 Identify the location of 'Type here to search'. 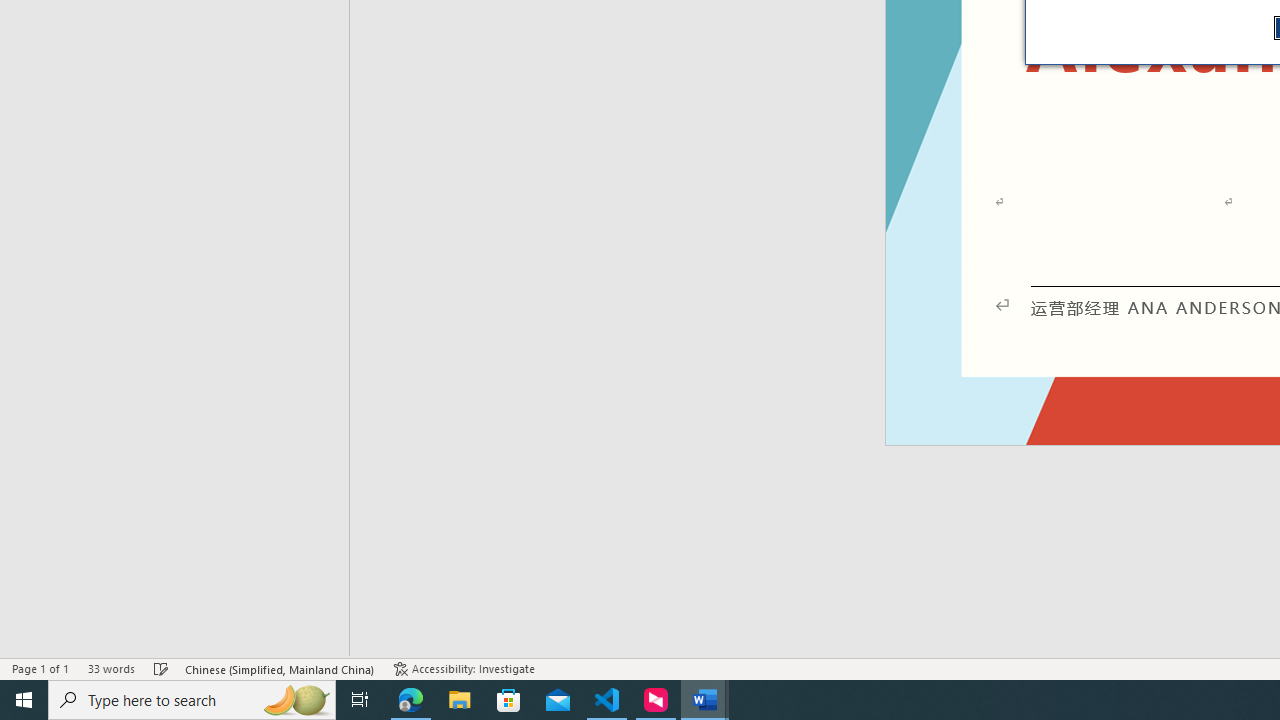
(192, 698).